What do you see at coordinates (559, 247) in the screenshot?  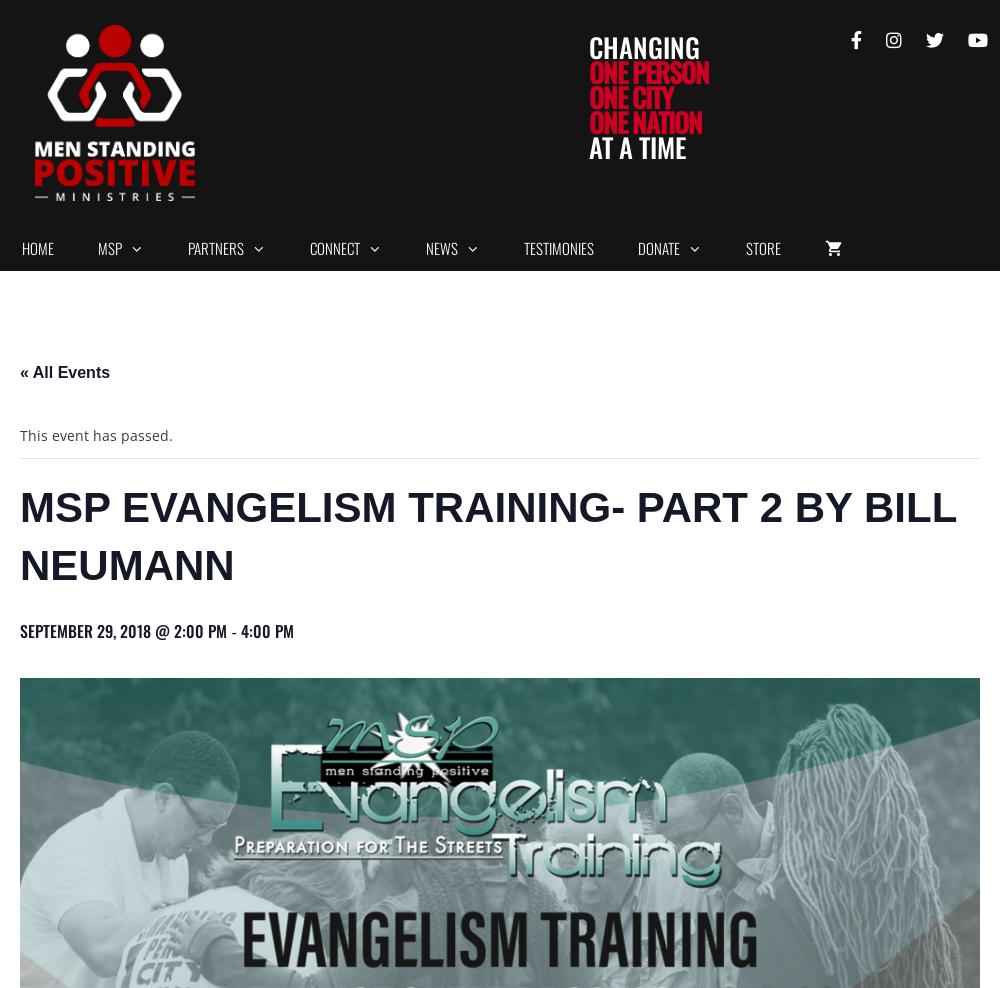 I see `'Testimonies'` at bounding box center [559, 247].